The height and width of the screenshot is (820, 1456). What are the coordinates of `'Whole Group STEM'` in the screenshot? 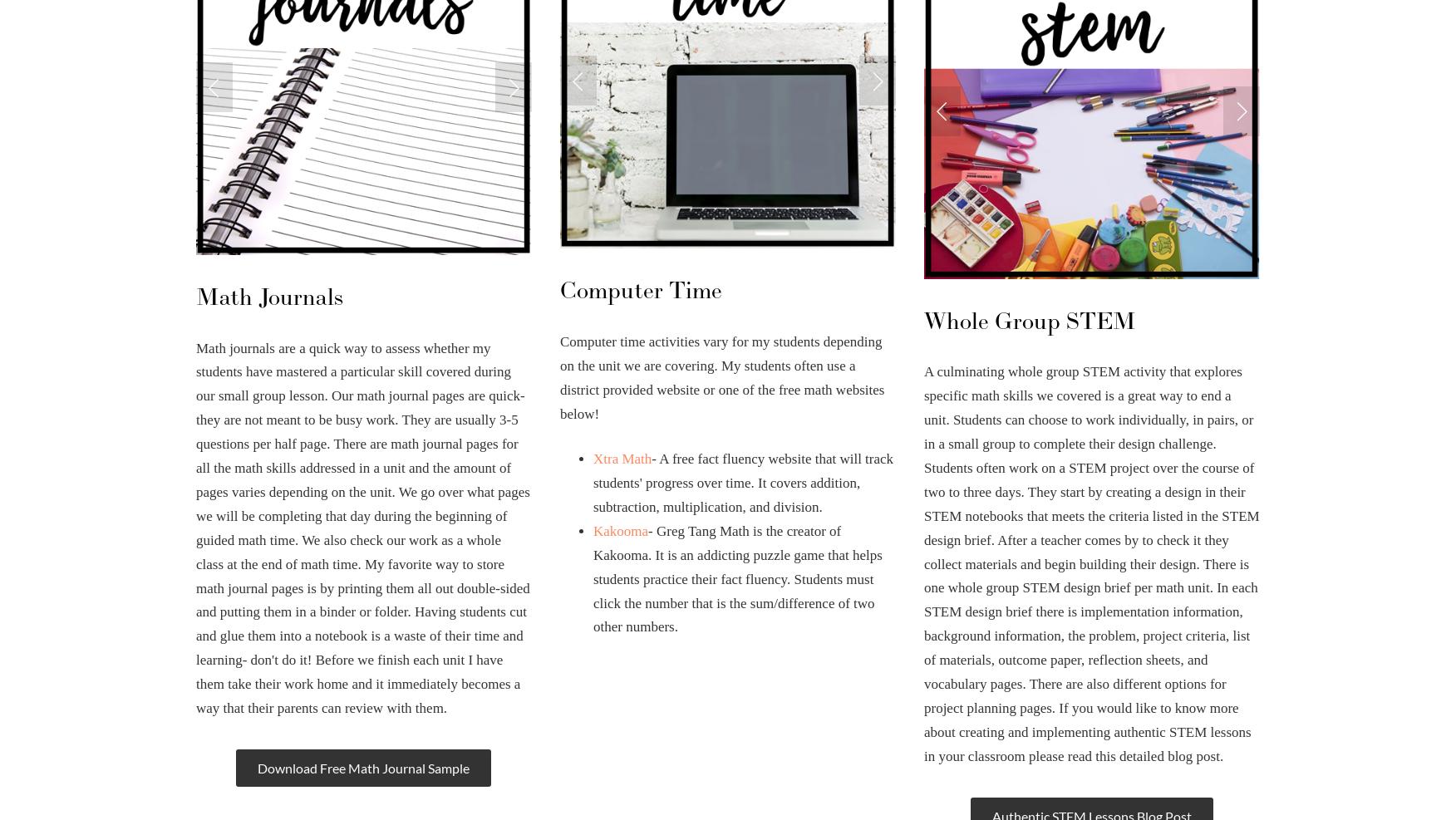 It's located at (1029, 321).